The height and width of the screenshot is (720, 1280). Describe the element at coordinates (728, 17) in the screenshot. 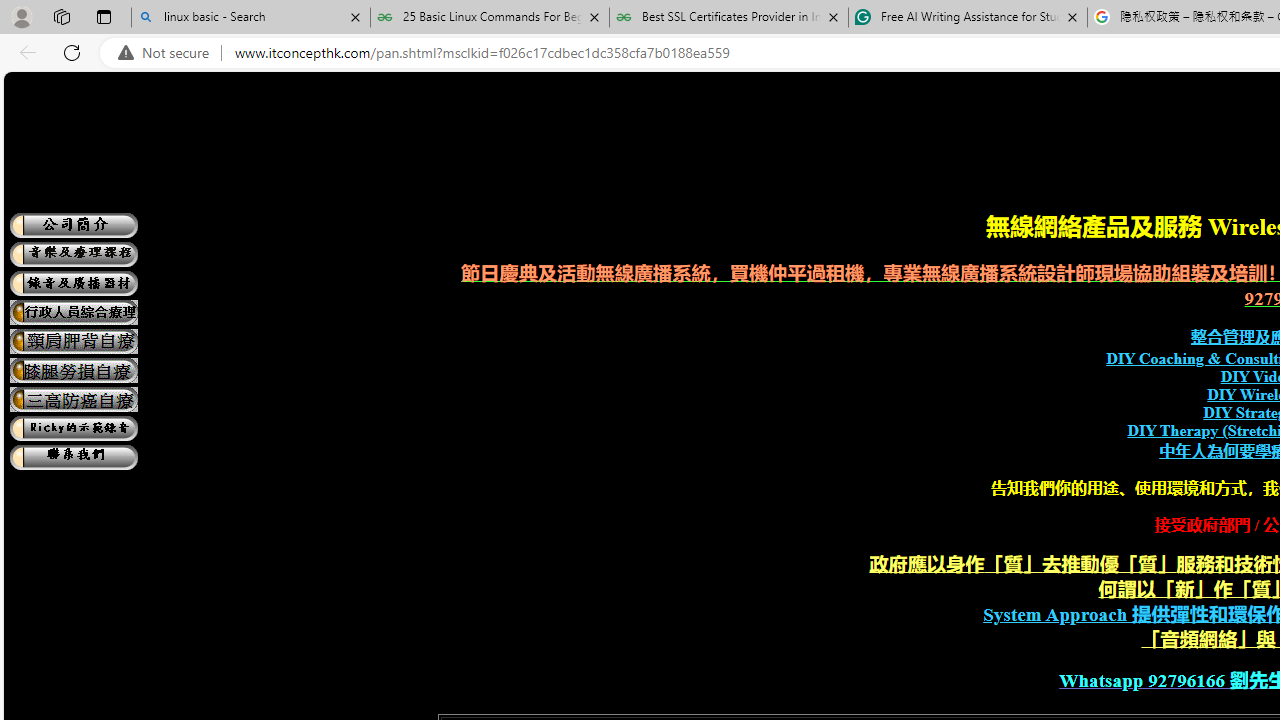

I see `'Best SSL Certificates Provider in India - GeeksforGeeks'` at that location.